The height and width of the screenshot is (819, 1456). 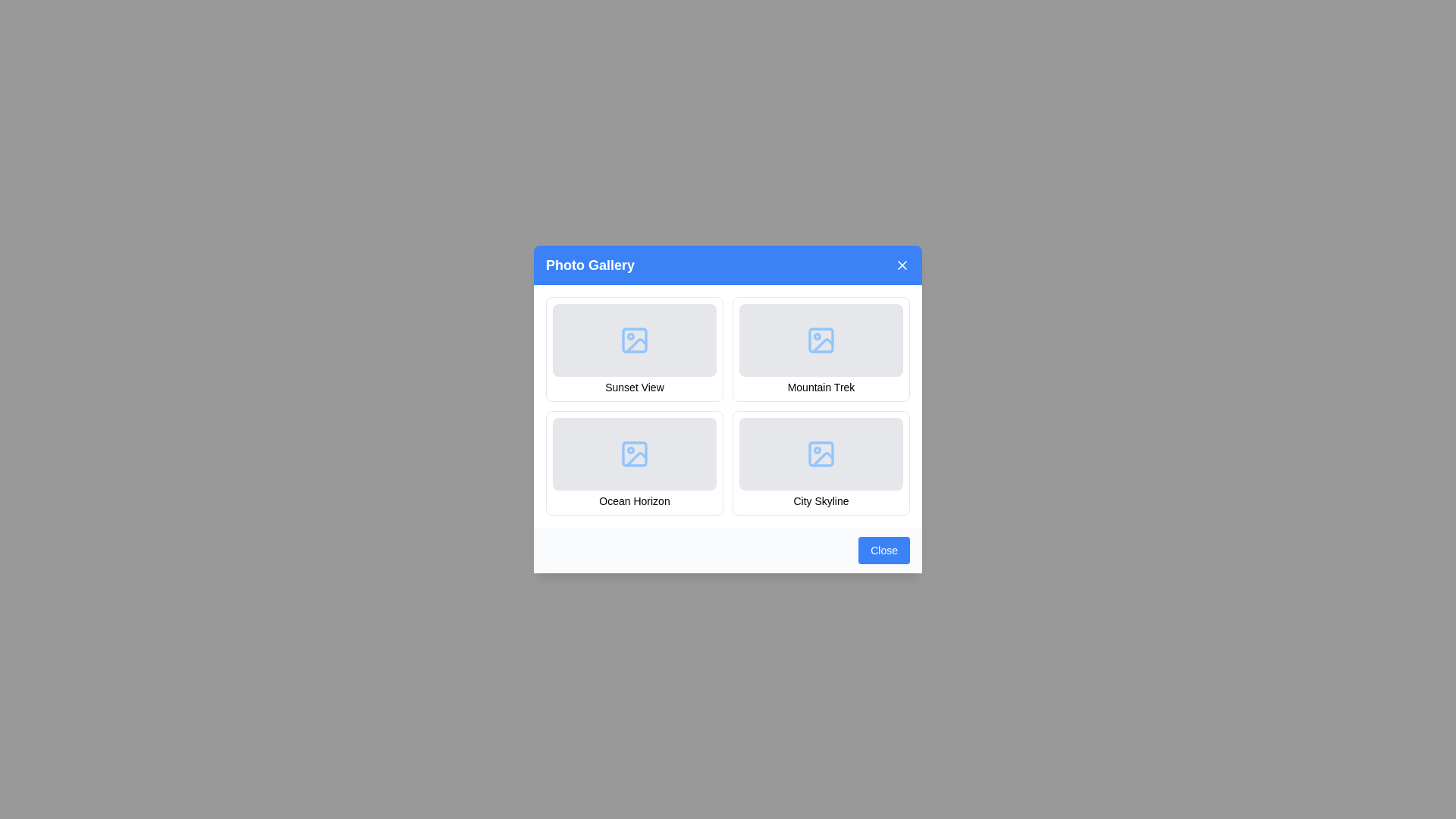 I want to click on the 'Ocean Horizon' image grid item located in the second row and first column of the grid layout, so click(x=634, y=462).